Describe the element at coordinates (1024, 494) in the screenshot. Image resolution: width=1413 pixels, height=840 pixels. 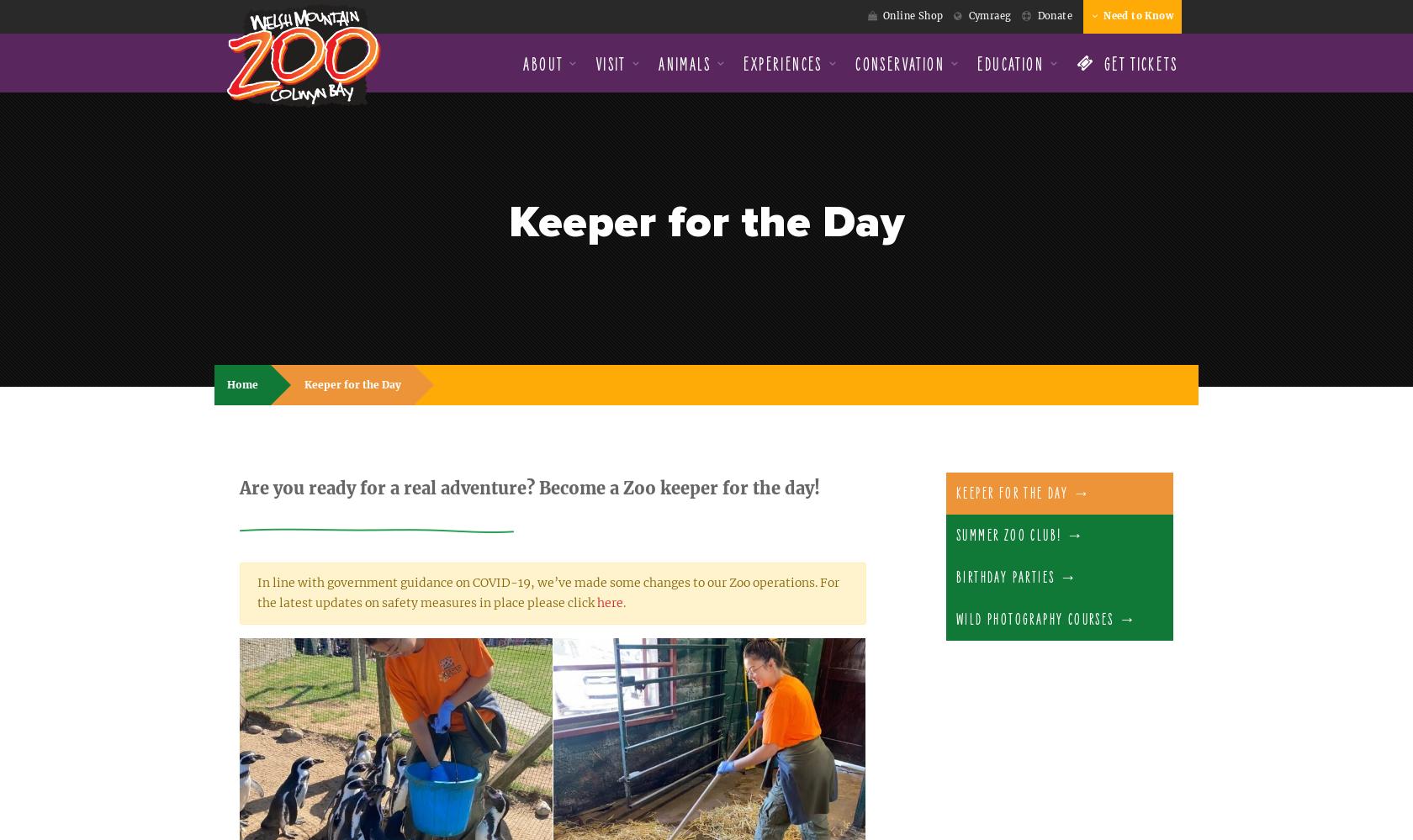
I see `'Keeper for the Day →'` at that location.